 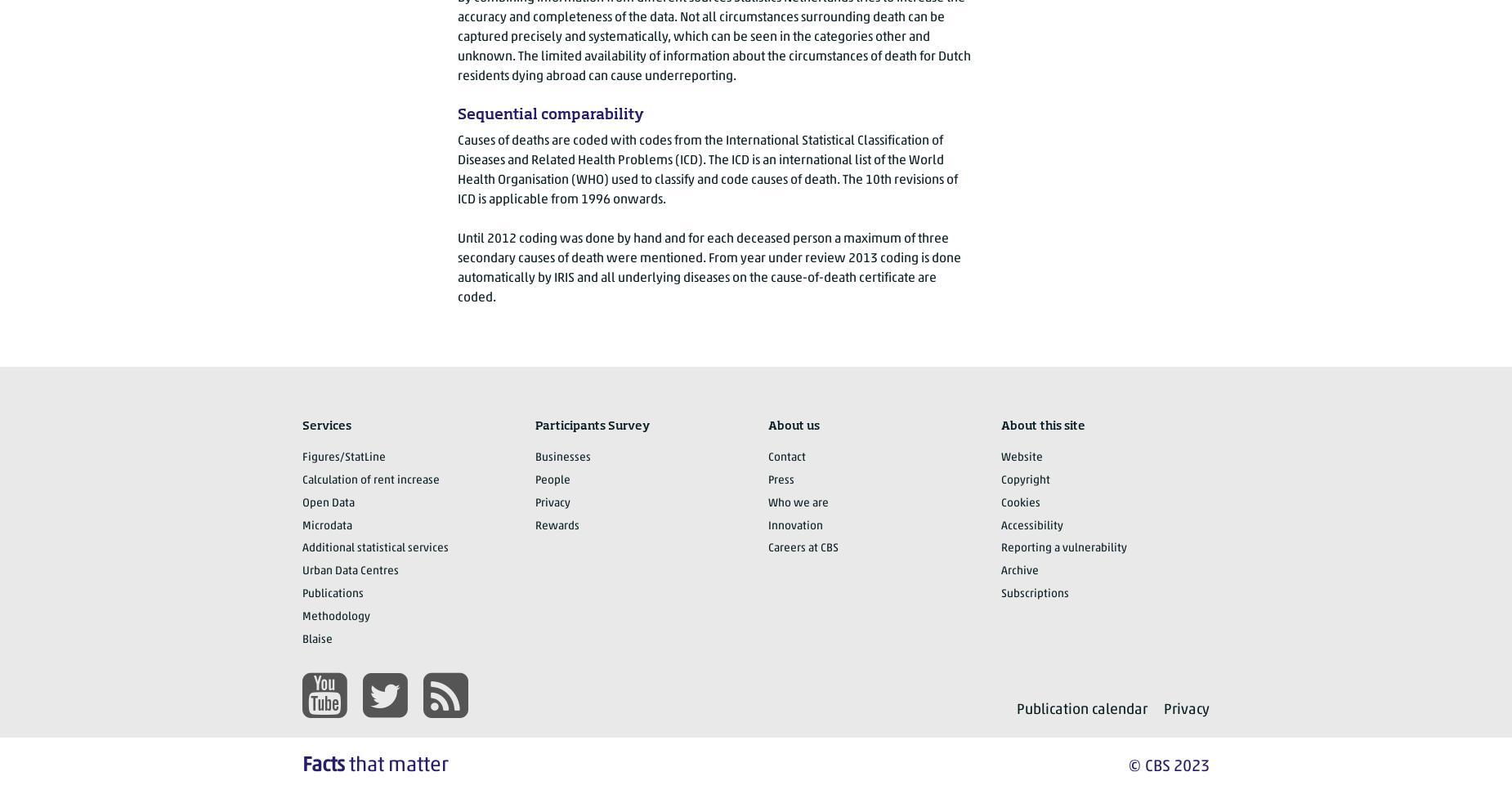 I want to click on 'that matter', so click(x=343, y=764).